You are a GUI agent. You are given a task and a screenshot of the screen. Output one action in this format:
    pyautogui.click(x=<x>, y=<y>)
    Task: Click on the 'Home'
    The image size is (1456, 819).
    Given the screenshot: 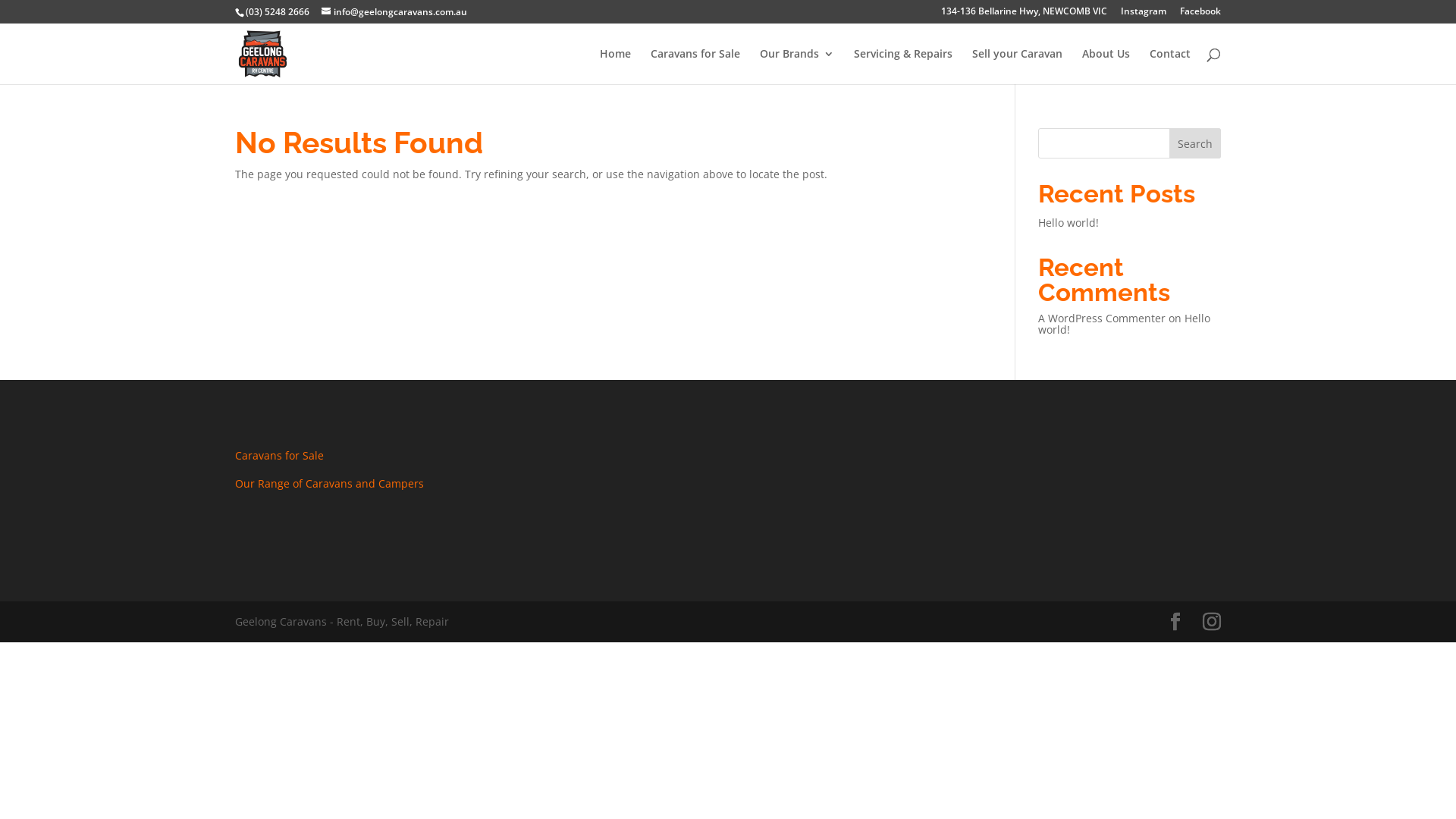 What is the action you would take?
    pyautogui.click(x=615, y=65)
    